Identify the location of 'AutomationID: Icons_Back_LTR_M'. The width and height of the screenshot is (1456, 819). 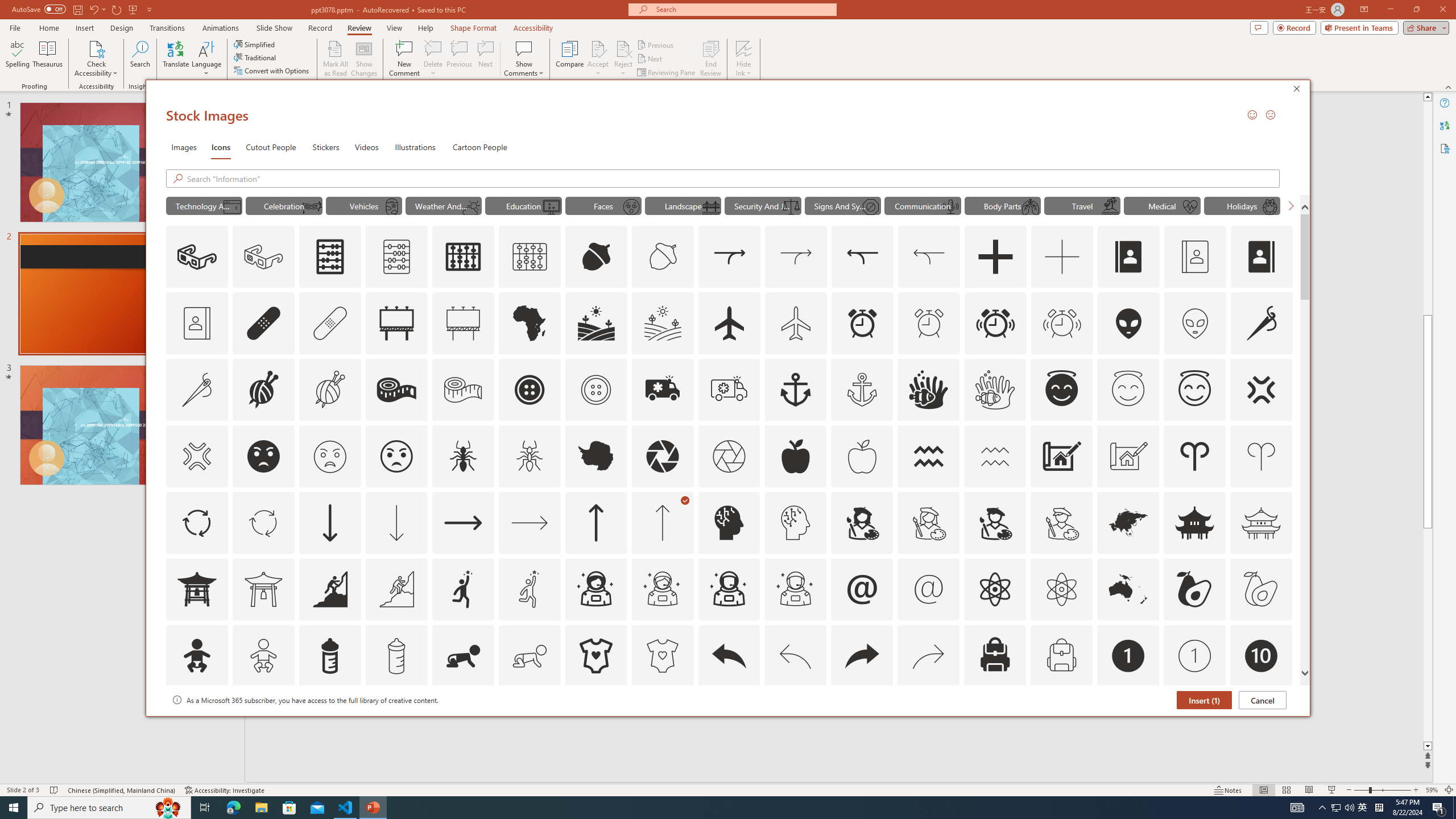
(795, 655).